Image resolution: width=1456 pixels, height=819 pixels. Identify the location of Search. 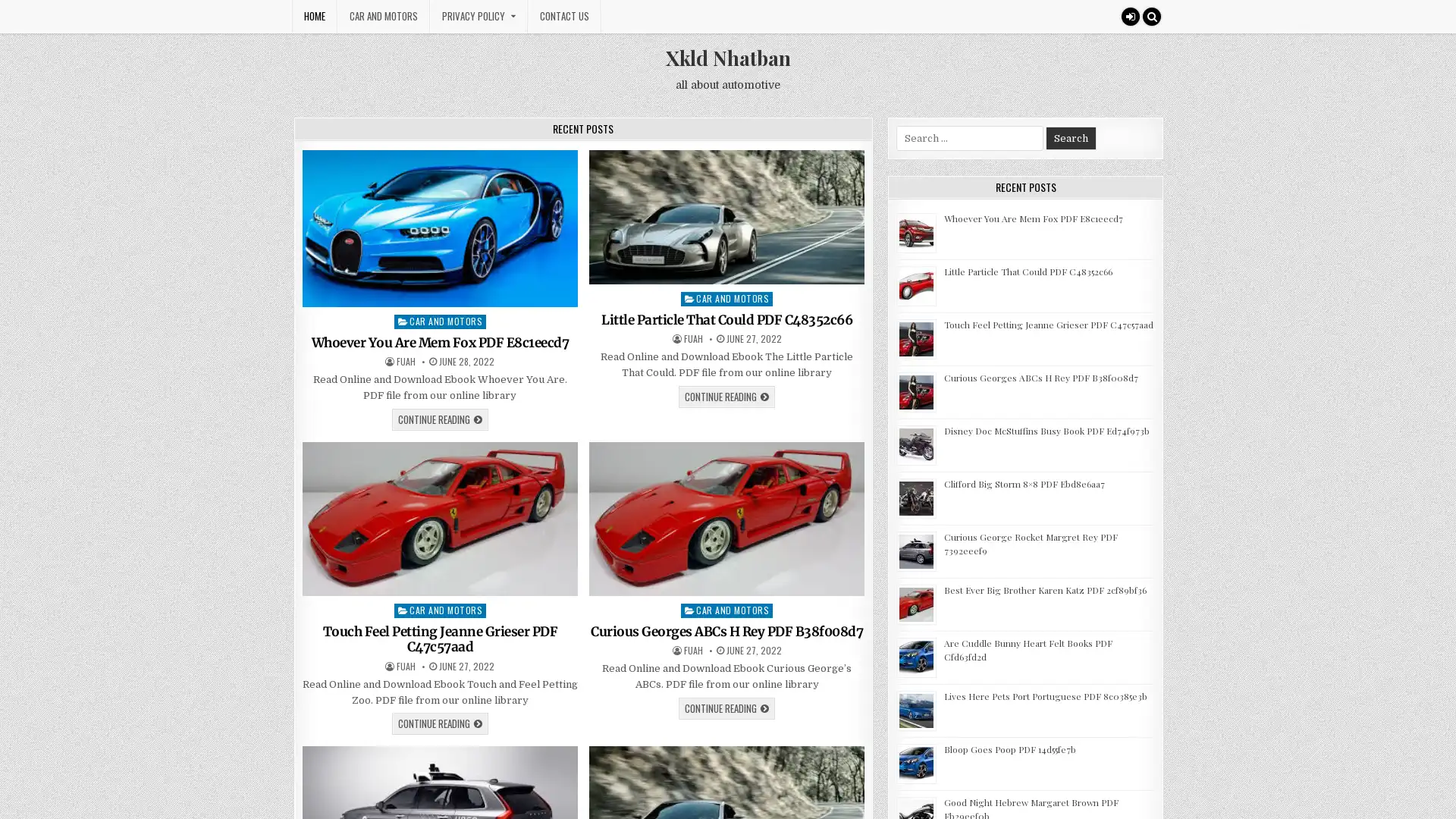
(1070, 138).